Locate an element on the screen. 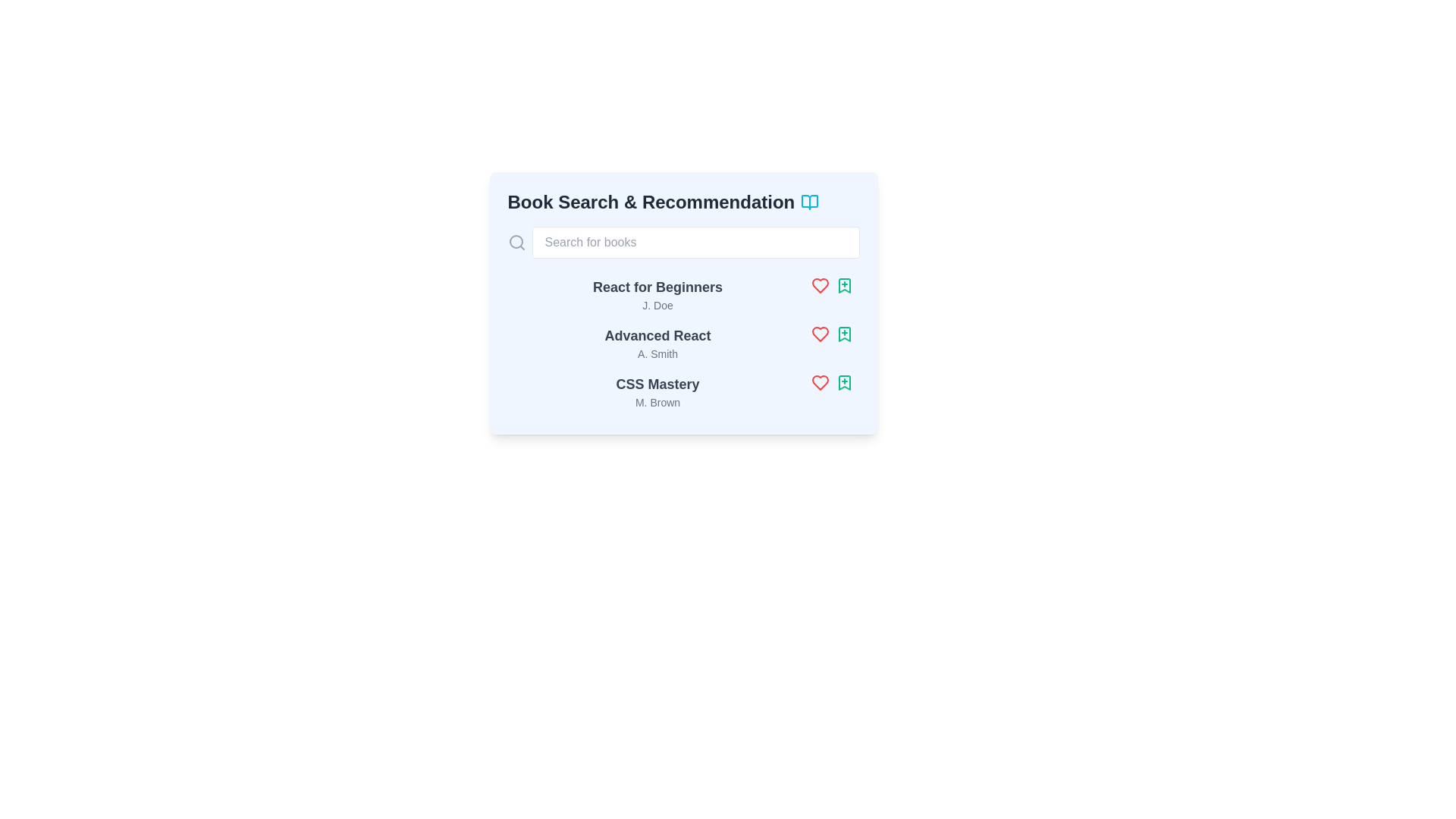 This screenshot has height=819, width=1456. the innermost circular component of the search icon, which represents the lens of the magnifying glass is located at coordinates (516, 241).